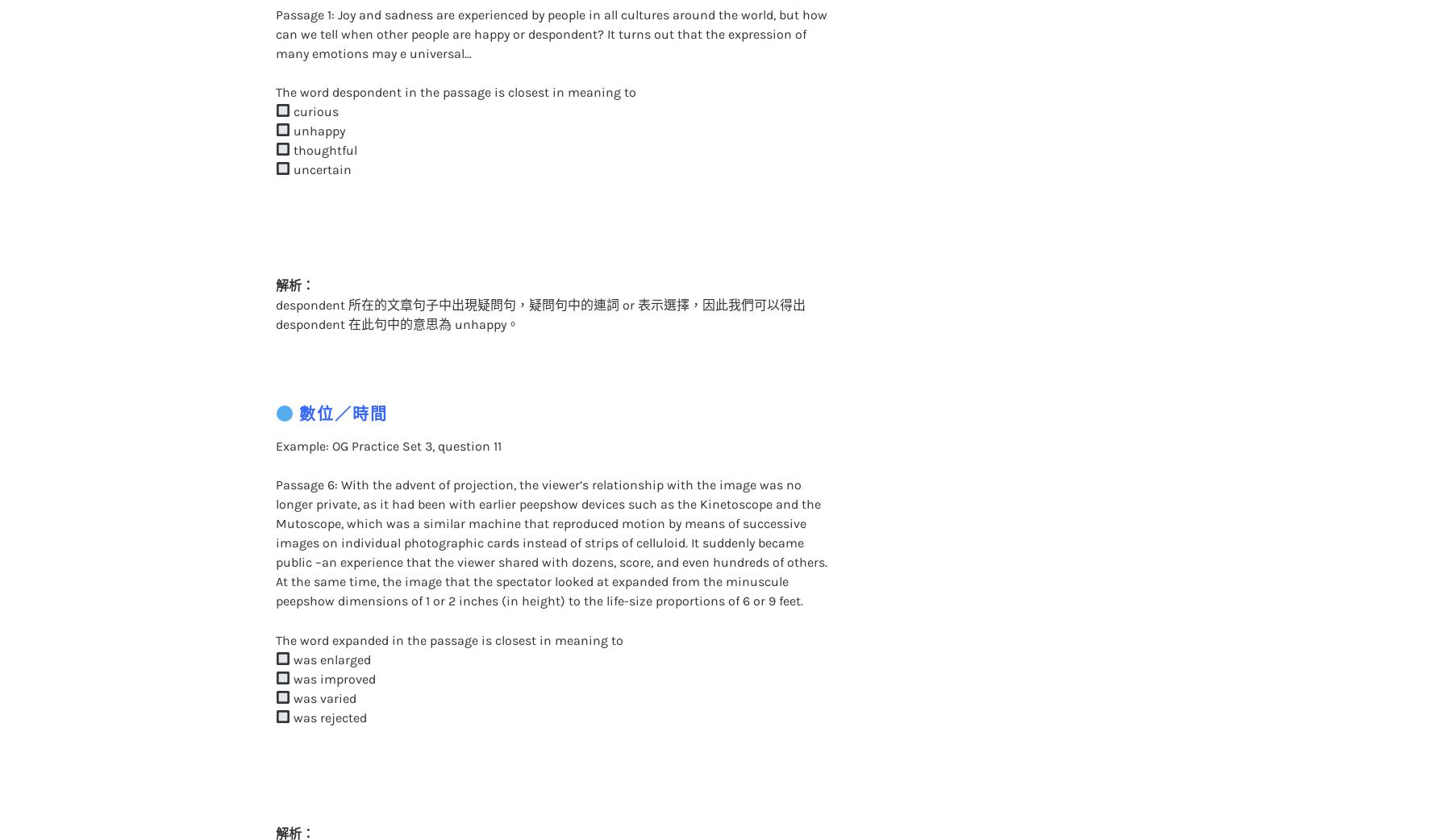 The width and height of the screenshot is (1454, 840). Describe the element at coordinates (316, 98) in the screenshot. I see `'unhappy'` at that location.